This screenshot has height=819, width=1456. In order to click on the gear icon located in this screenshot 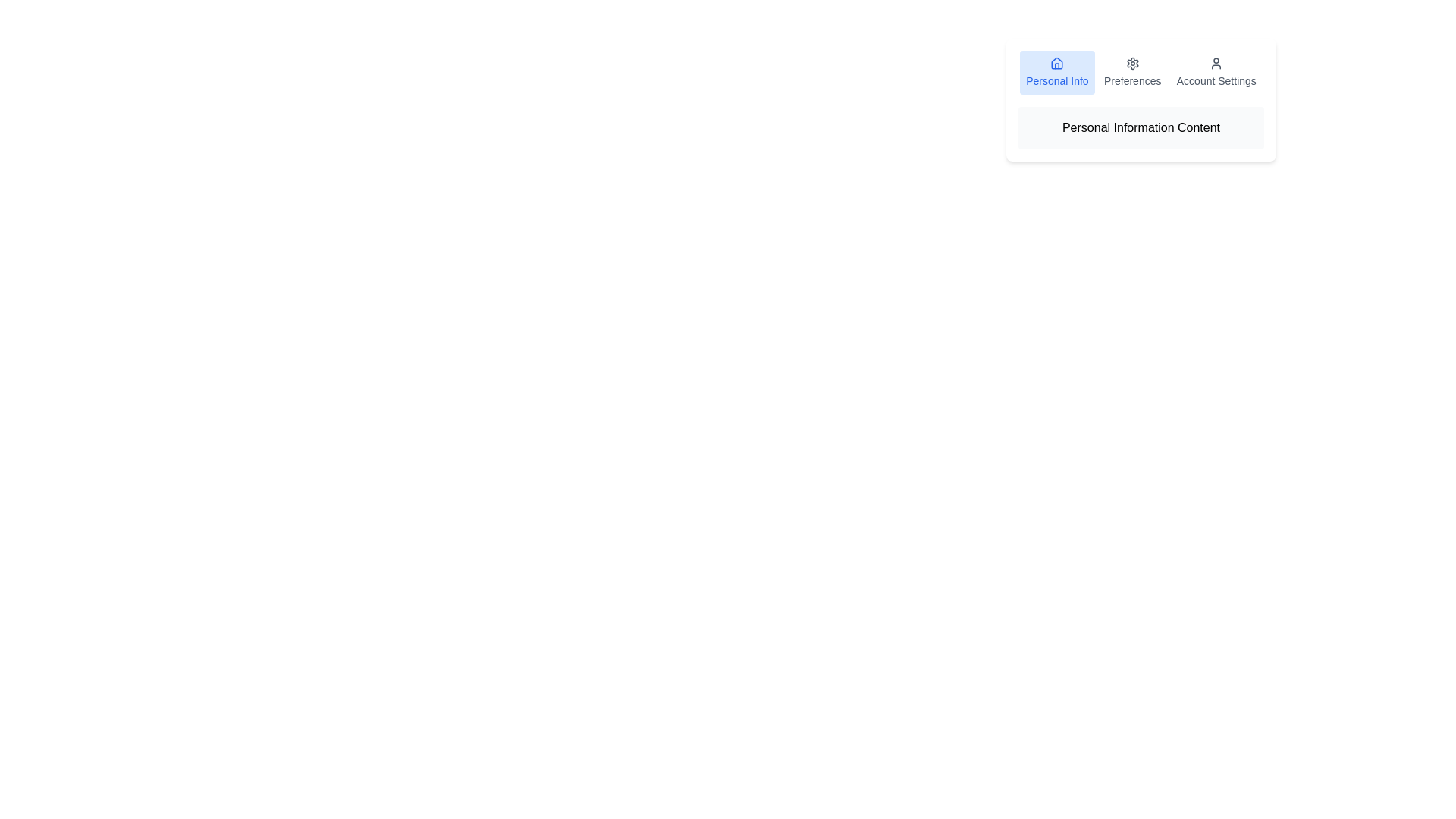, I will do `click(1132, 63)`.